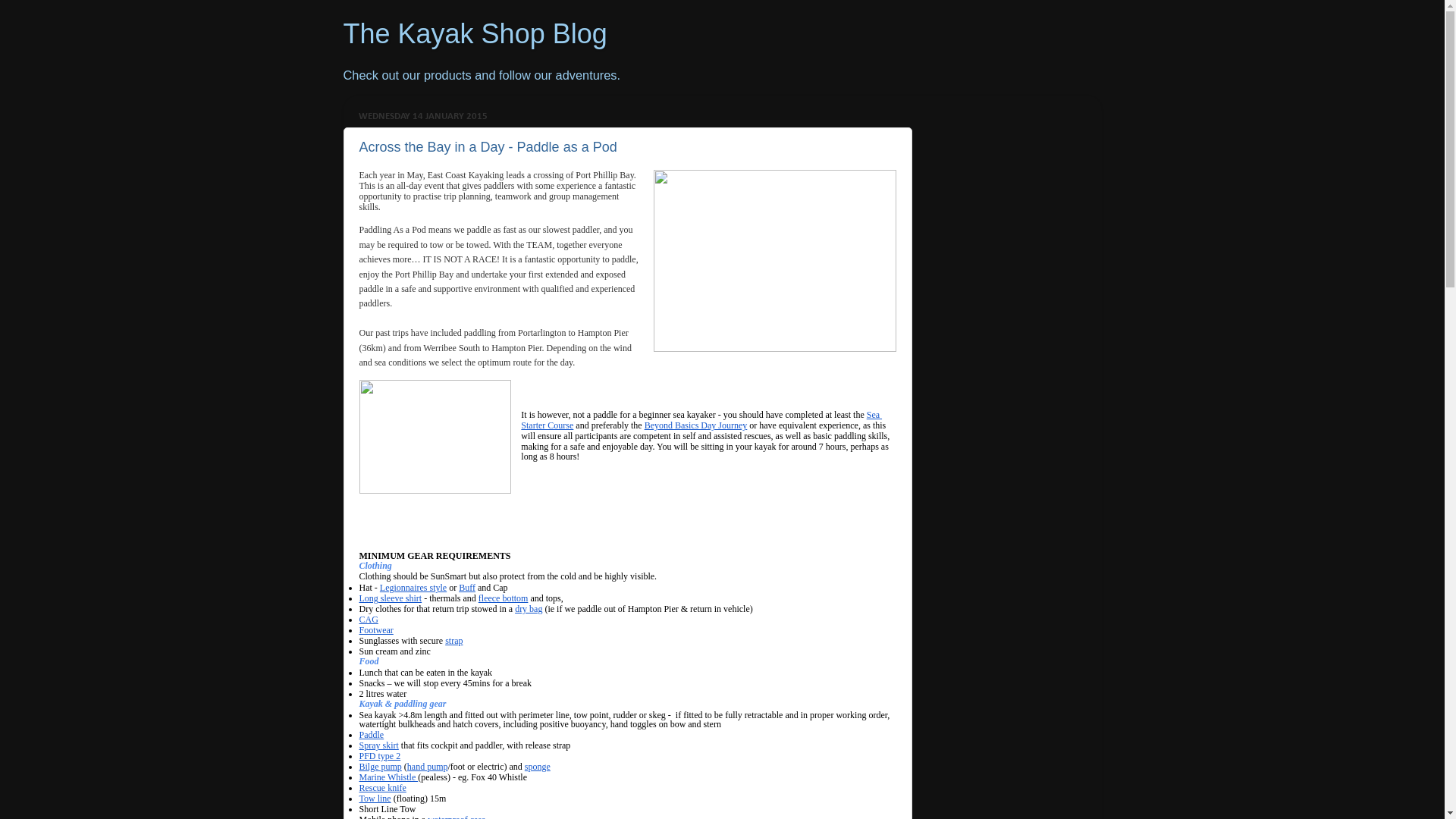  Describe the element at coordinates (695, 424) in the screenshot. I see `'Beyond Basics Day Journey'` at that location.